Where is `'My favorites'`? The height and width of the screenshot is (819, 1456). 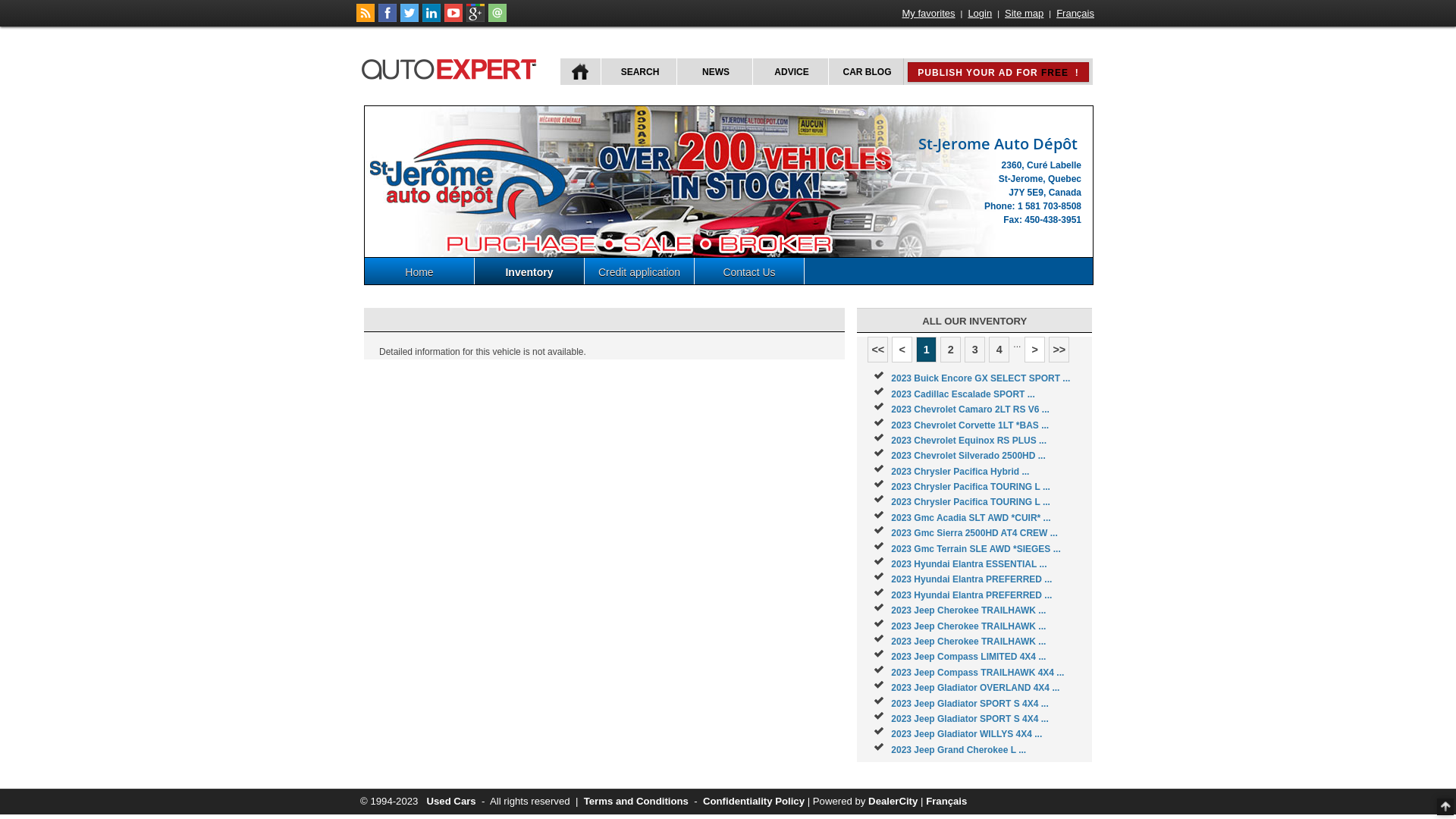 'My favorites' is located at coordinates (927, 13).